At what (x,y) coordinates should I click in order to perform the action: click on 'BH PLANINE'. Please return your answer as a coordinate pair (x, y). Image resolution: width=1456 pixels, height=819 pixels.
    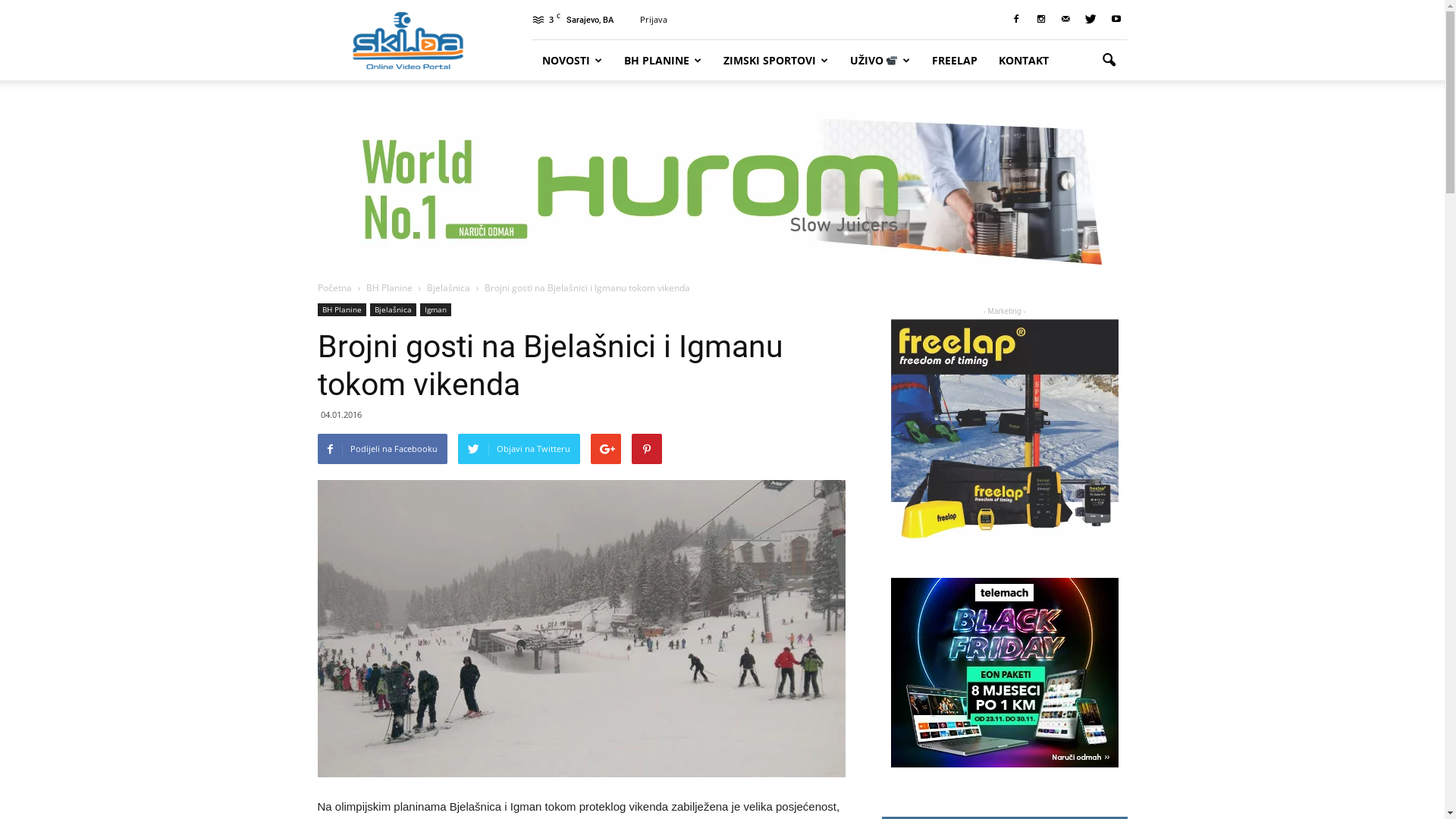
    Looking at the image, I should click on (662, 59).